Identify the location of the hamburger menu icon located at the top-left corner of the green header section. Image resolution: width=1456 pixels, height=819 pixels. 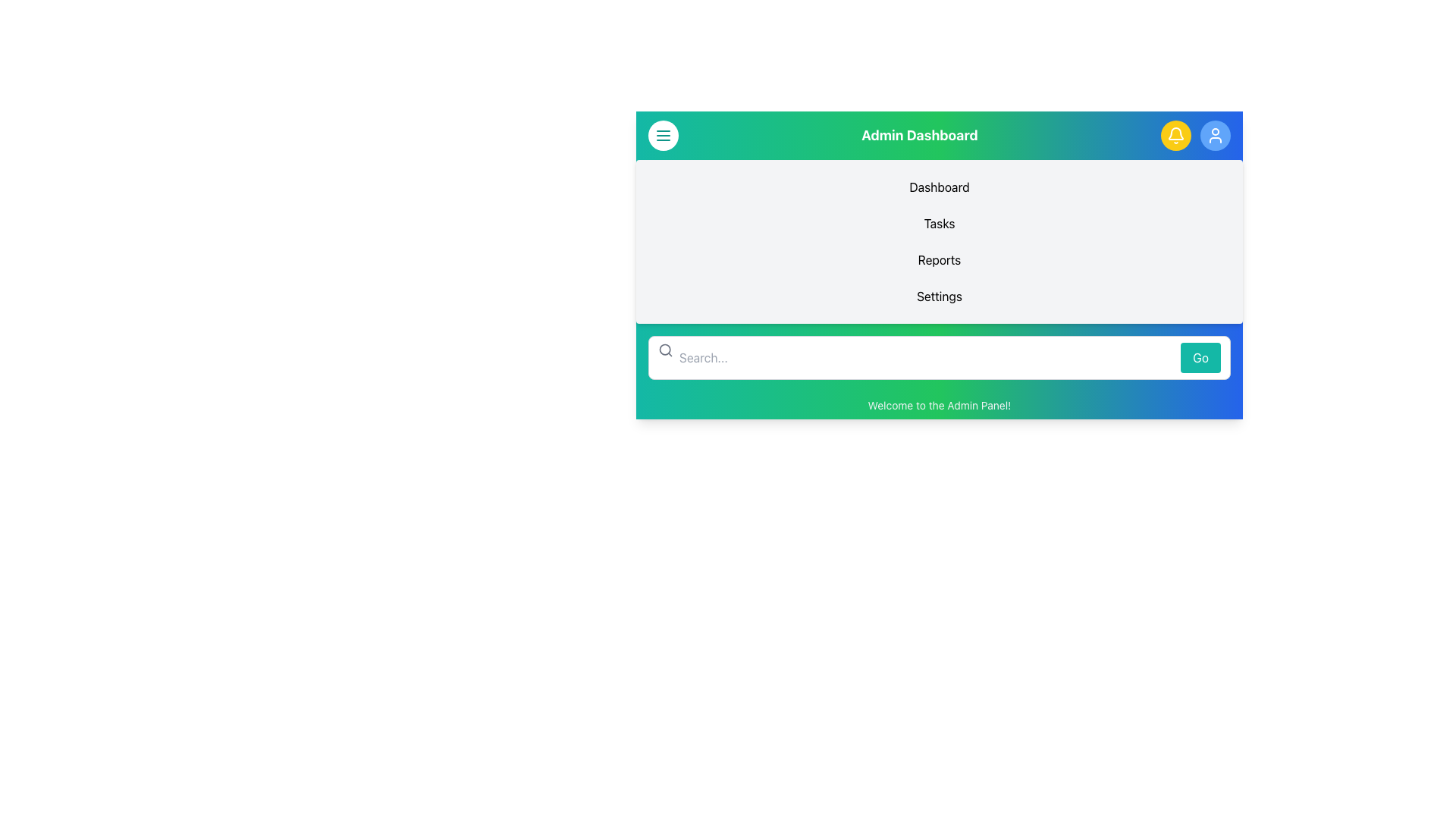
(663, 134).